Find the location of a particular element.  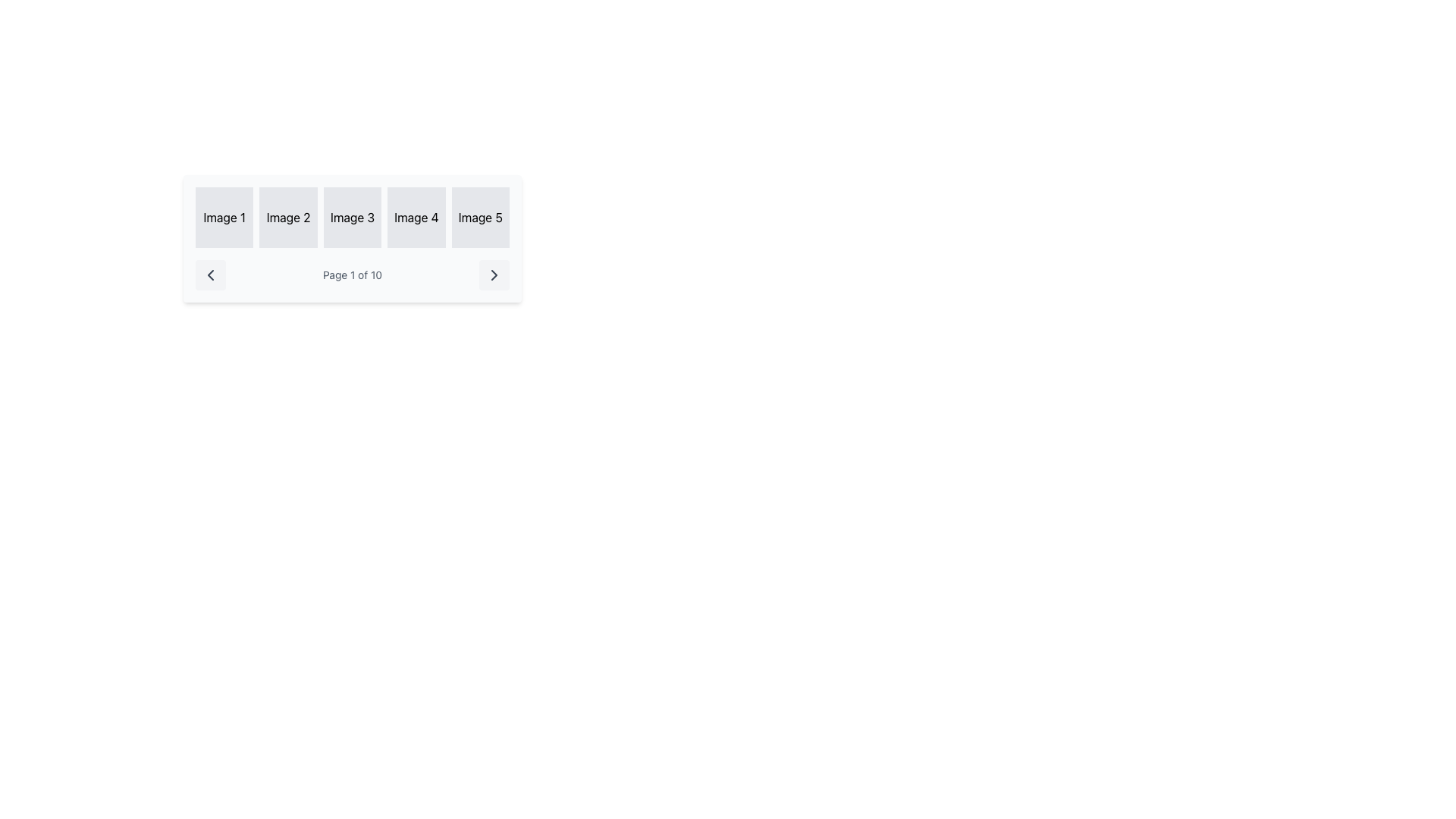

the left chevron arrow button in the navigation bar is located at coordinates (210, 275).